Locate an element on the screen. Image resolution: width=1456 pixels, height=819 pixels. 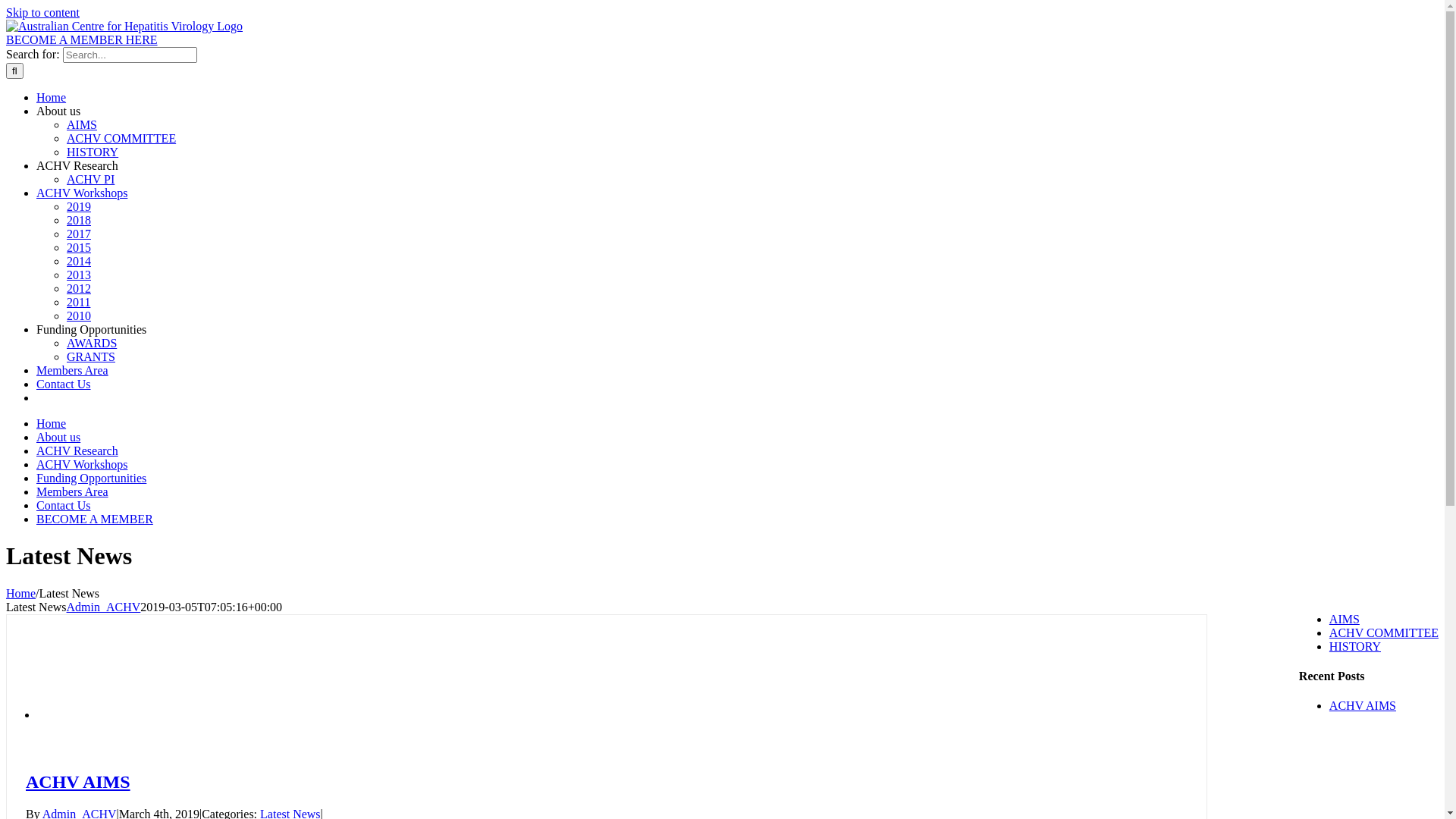
'GRANTS' is located at coordinates (90, 356).